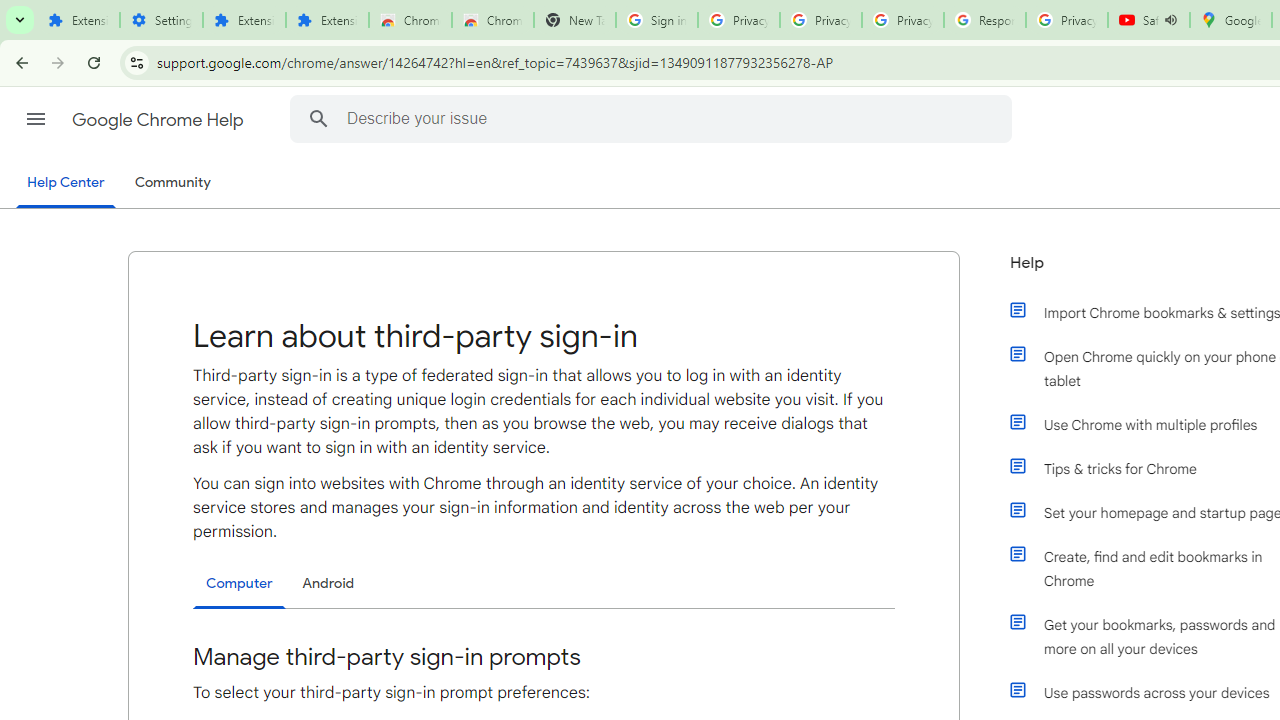  I want to click on 'Chrome Web Store', so click(409, 20).